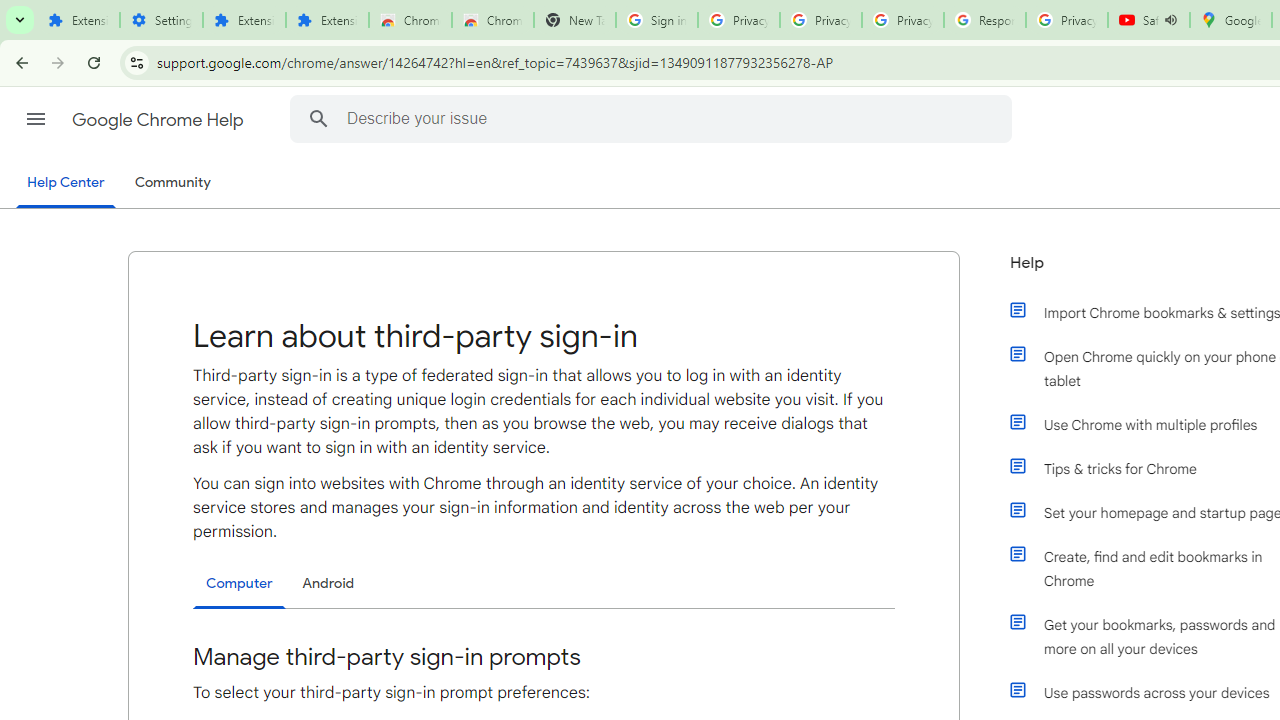  I want to click on 'Chrome Web Store', so click(409, 20).